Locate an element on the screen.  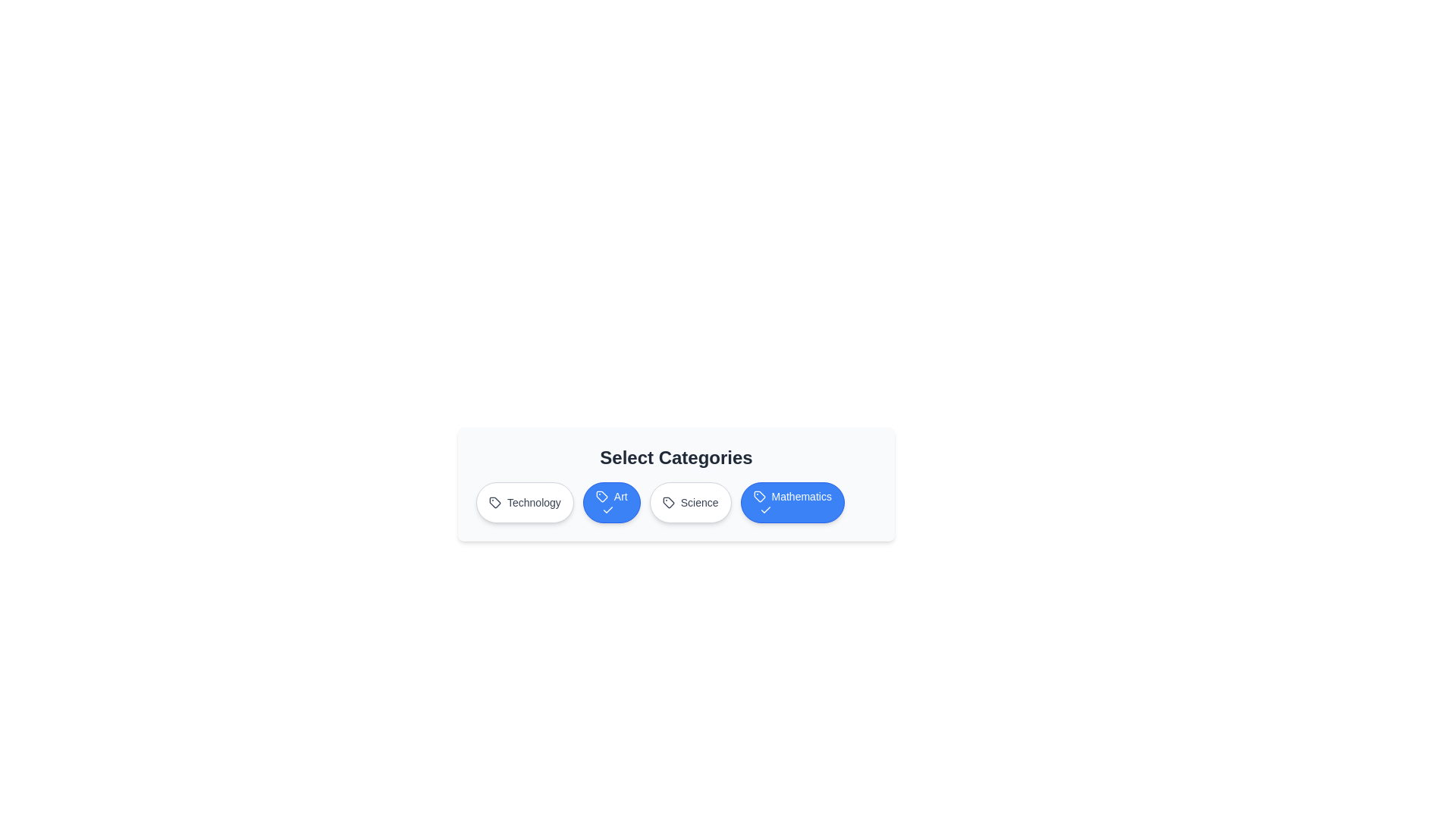
the Science button is located at coordinates (689, 503).